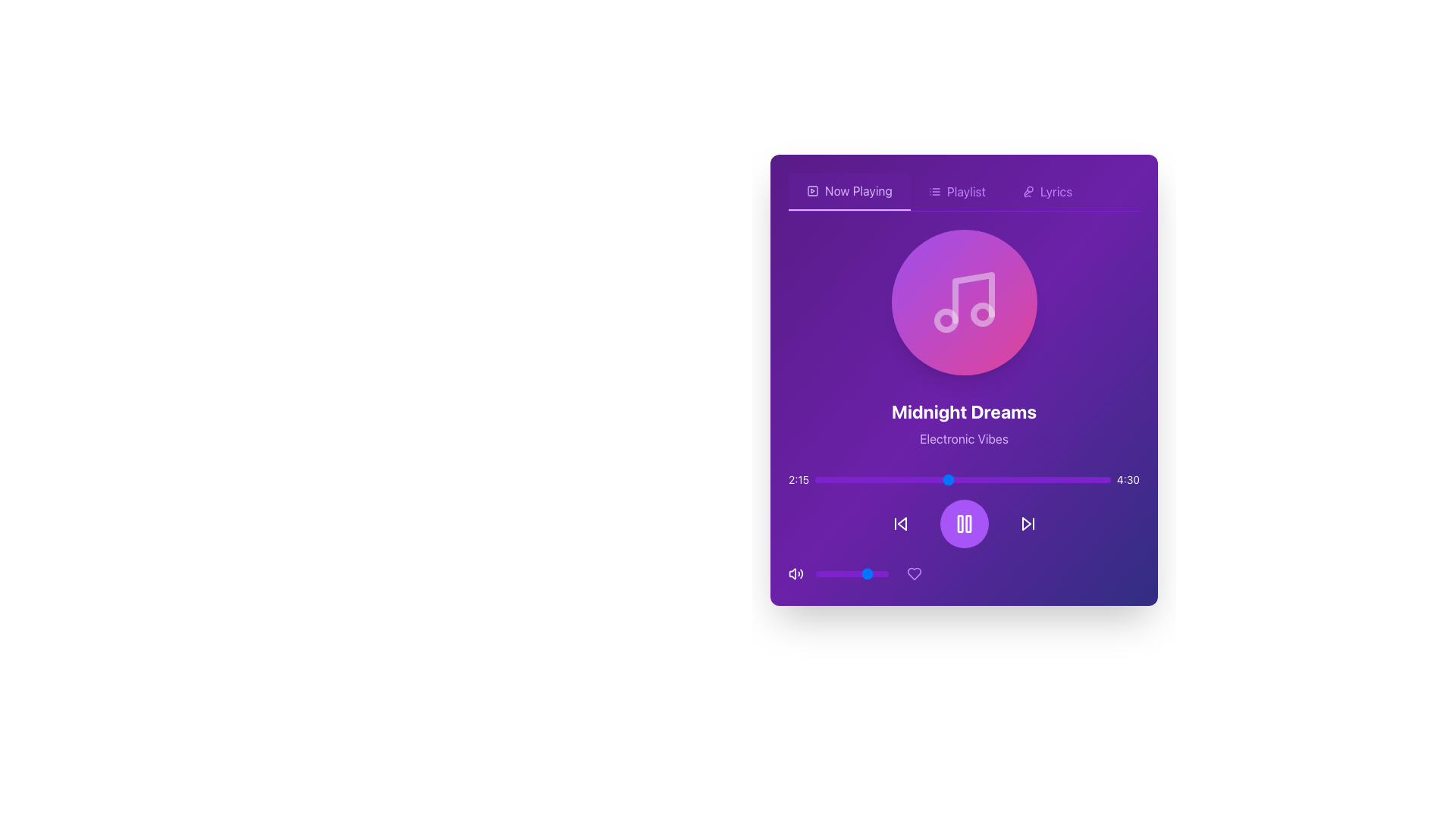 The width and height of the screenshot is (1456, 819). I want to click on progress, so click(924, 479).